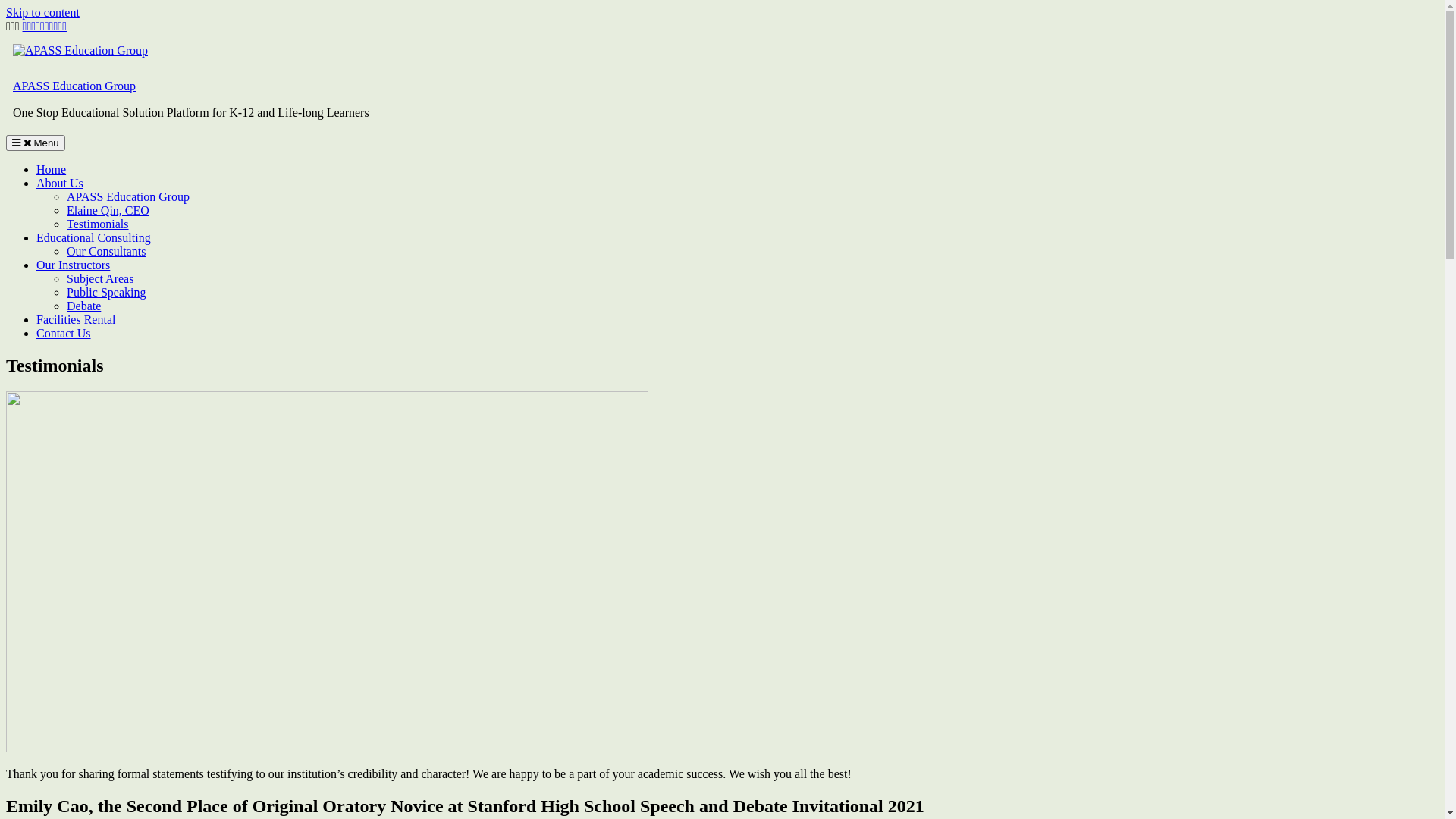  Describe the element at coordinates (42, 12) in the screenshot. I see `'Skip to content'` at that location.